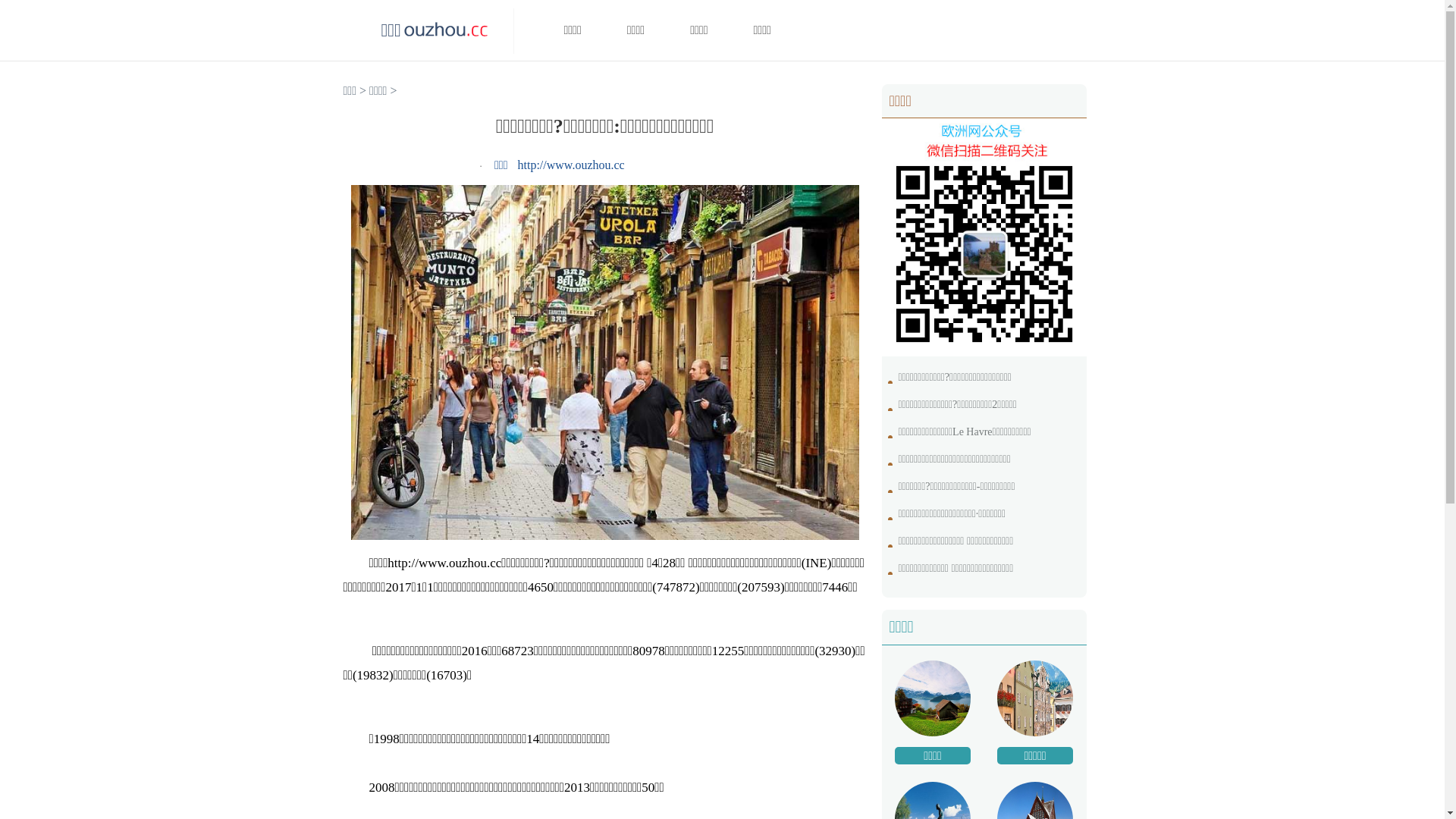 The height and width of the screenshot is (819, 1456). Describe the element at coordinates (570, 165) in the screenshot. I see `'http://www.ouzhou.cc'` at that location.